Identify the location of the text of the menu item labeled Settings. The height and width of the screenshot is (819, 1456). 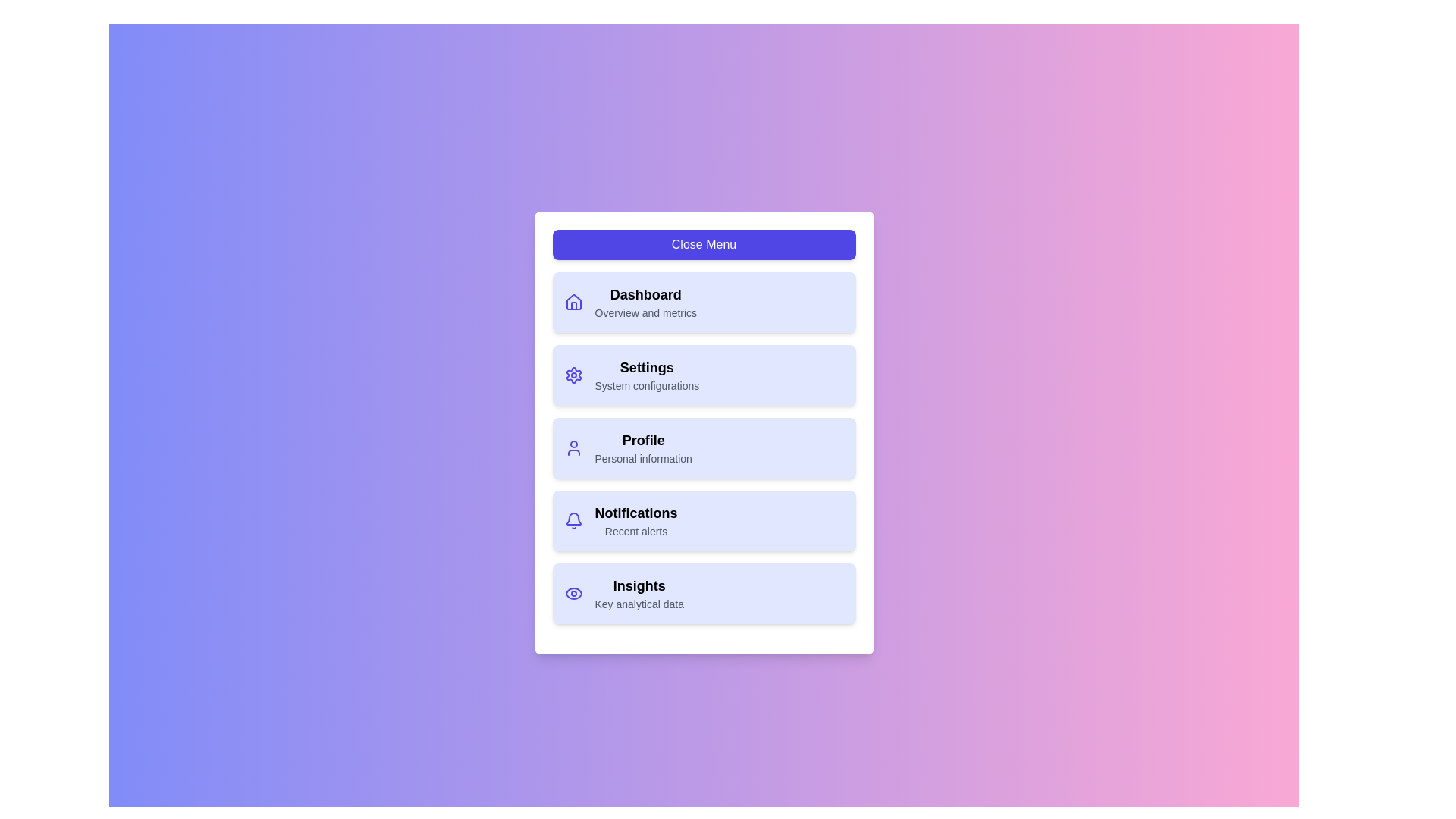
(647, 368).